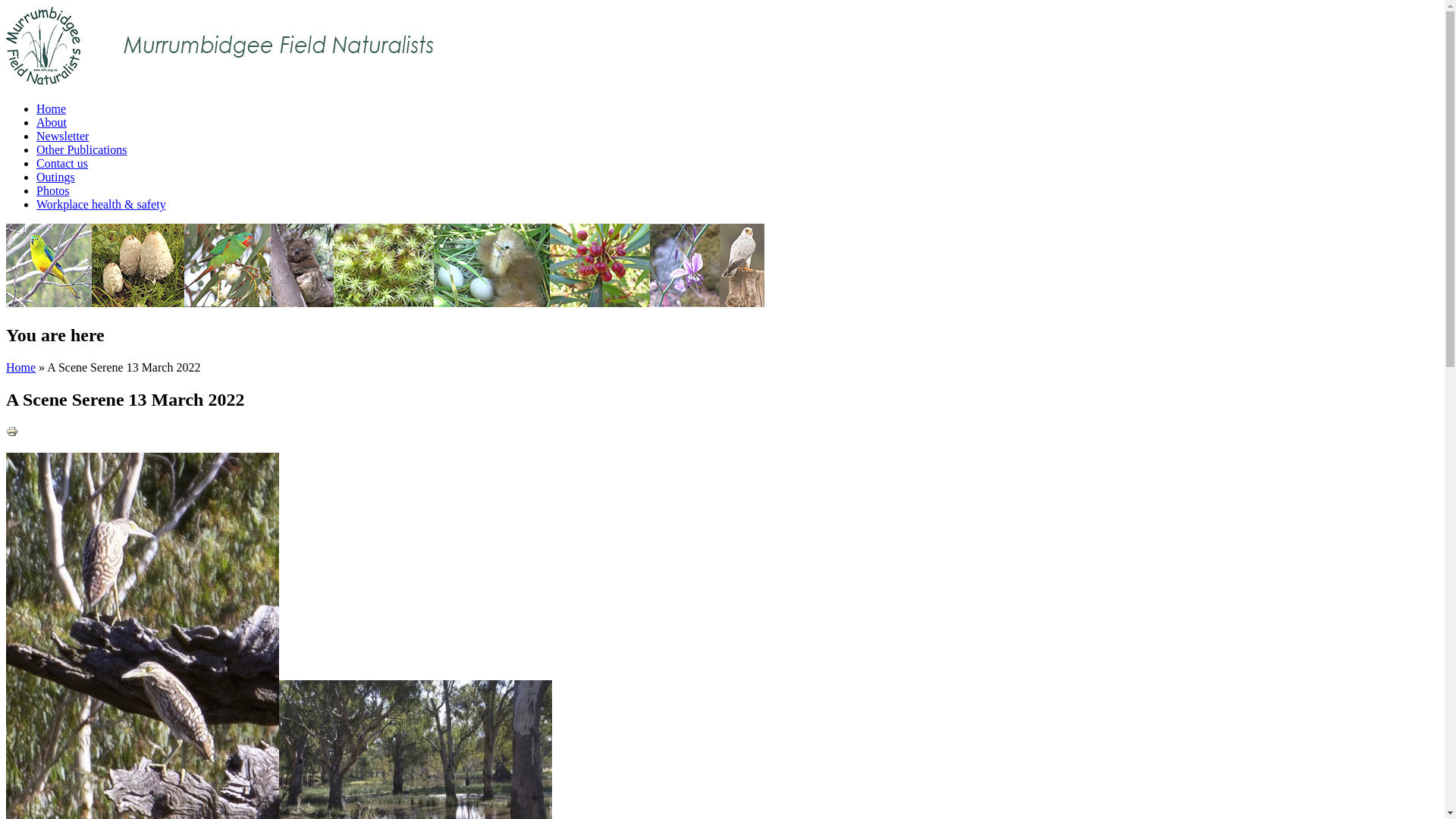 This screenshot has width=1456, height=819. What do you see at coordinates (36, 163) in the screenshot?
I see `'Contact us'` at bounding box center [36, 163].